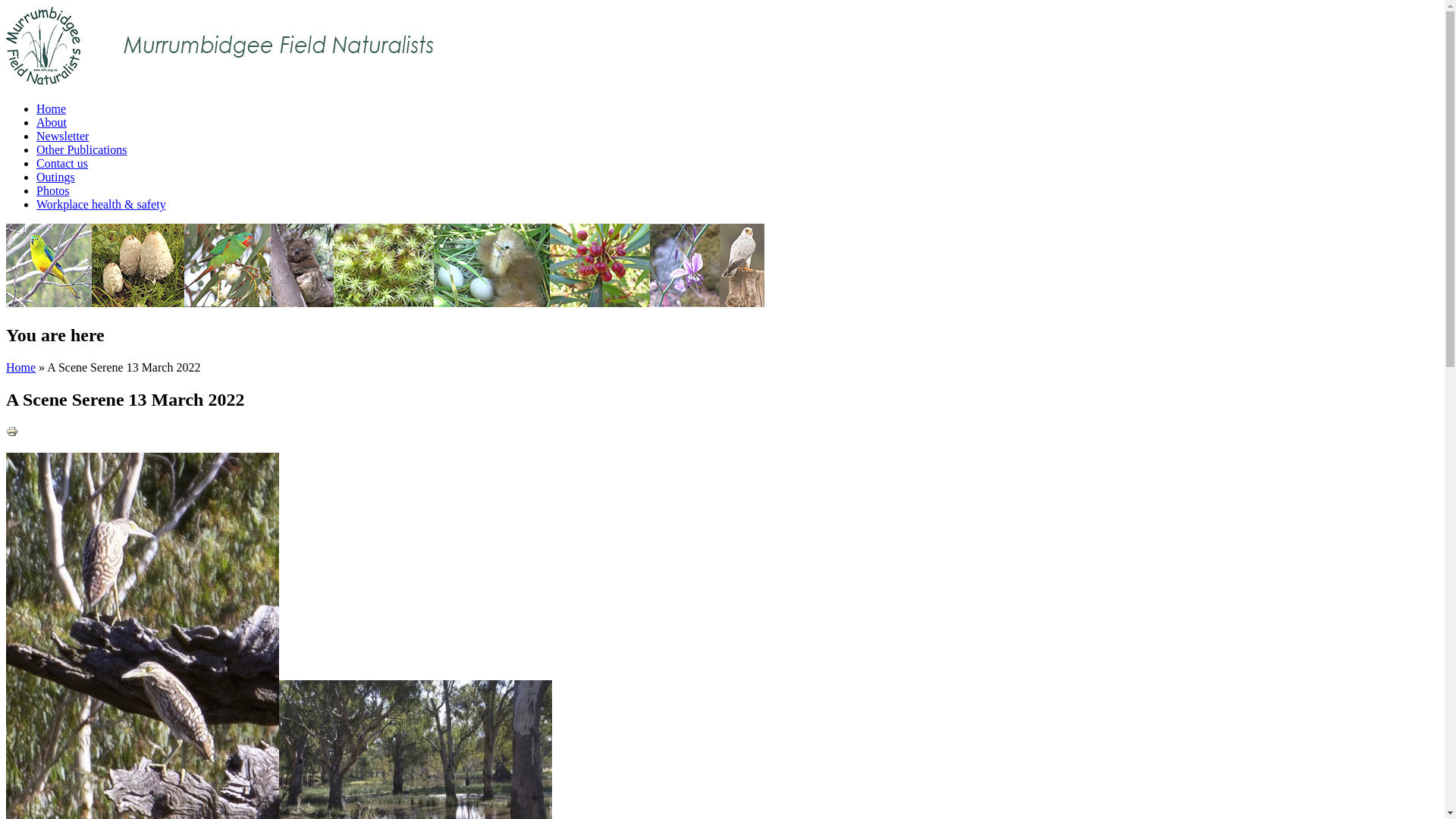 This screenshot has width=1456, height=819. What do you see at coordinates (36, 163) in the screenshot?
I see `'Contact us'` at bounding box center [36, 163].